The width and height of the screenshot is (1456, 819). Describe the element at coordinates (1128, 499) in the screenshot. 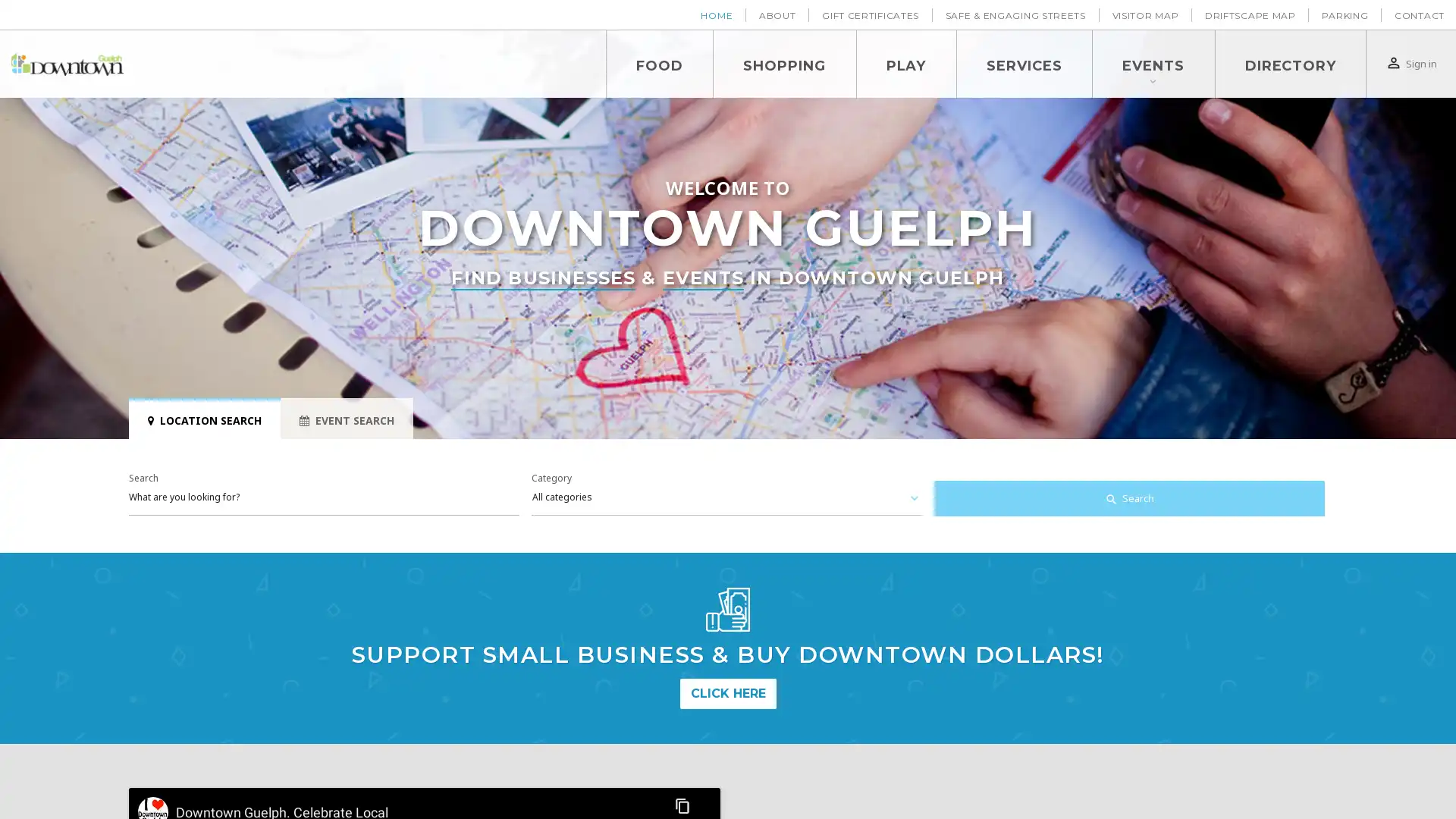

I see `searchSearch` at that location.